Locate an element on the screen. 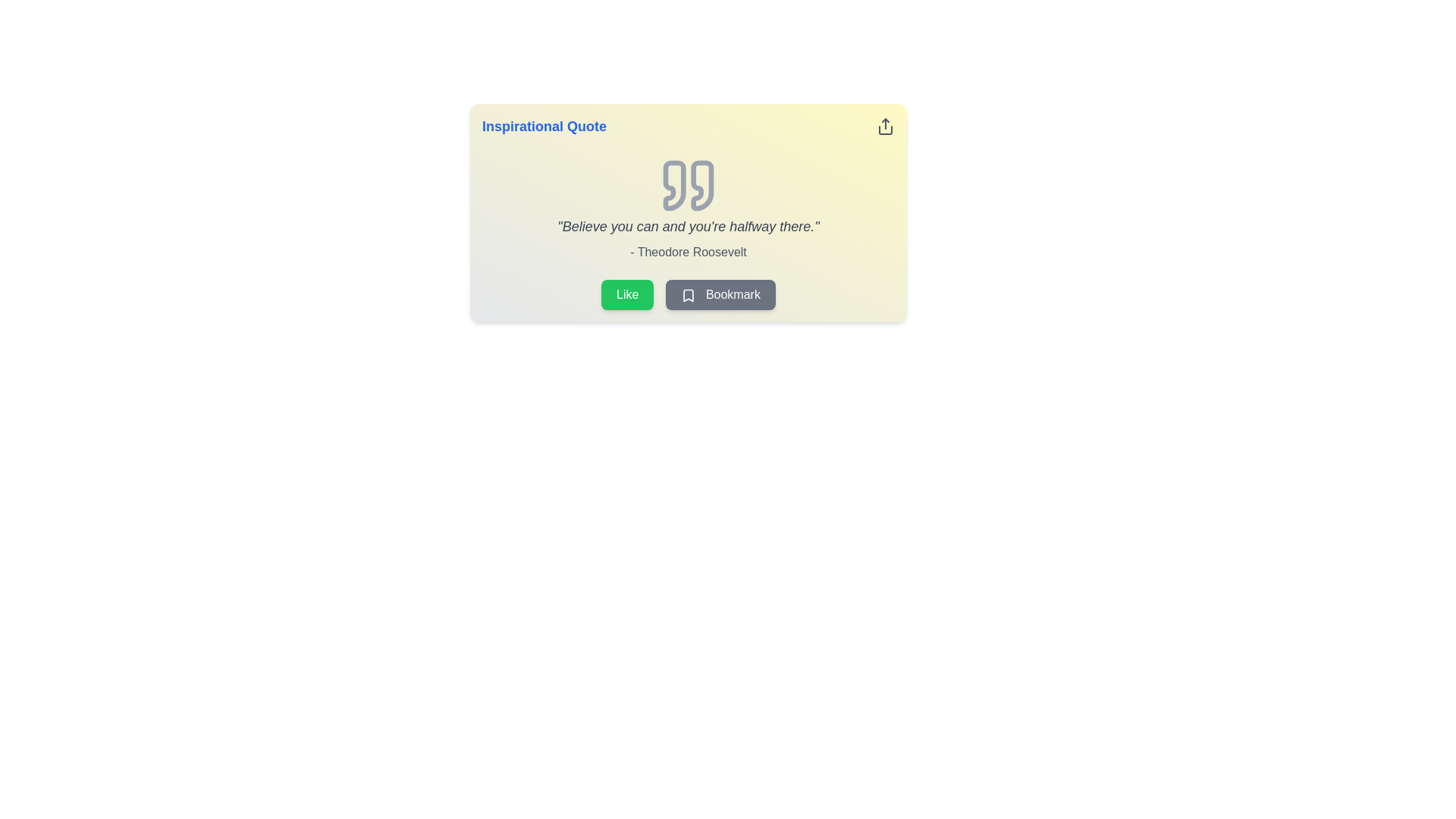 This screenshot has height=819, width=1456. the bookmark button, which is the second button to the right of the green 'Like' button, allowing users is located at coordinates (720, 295).